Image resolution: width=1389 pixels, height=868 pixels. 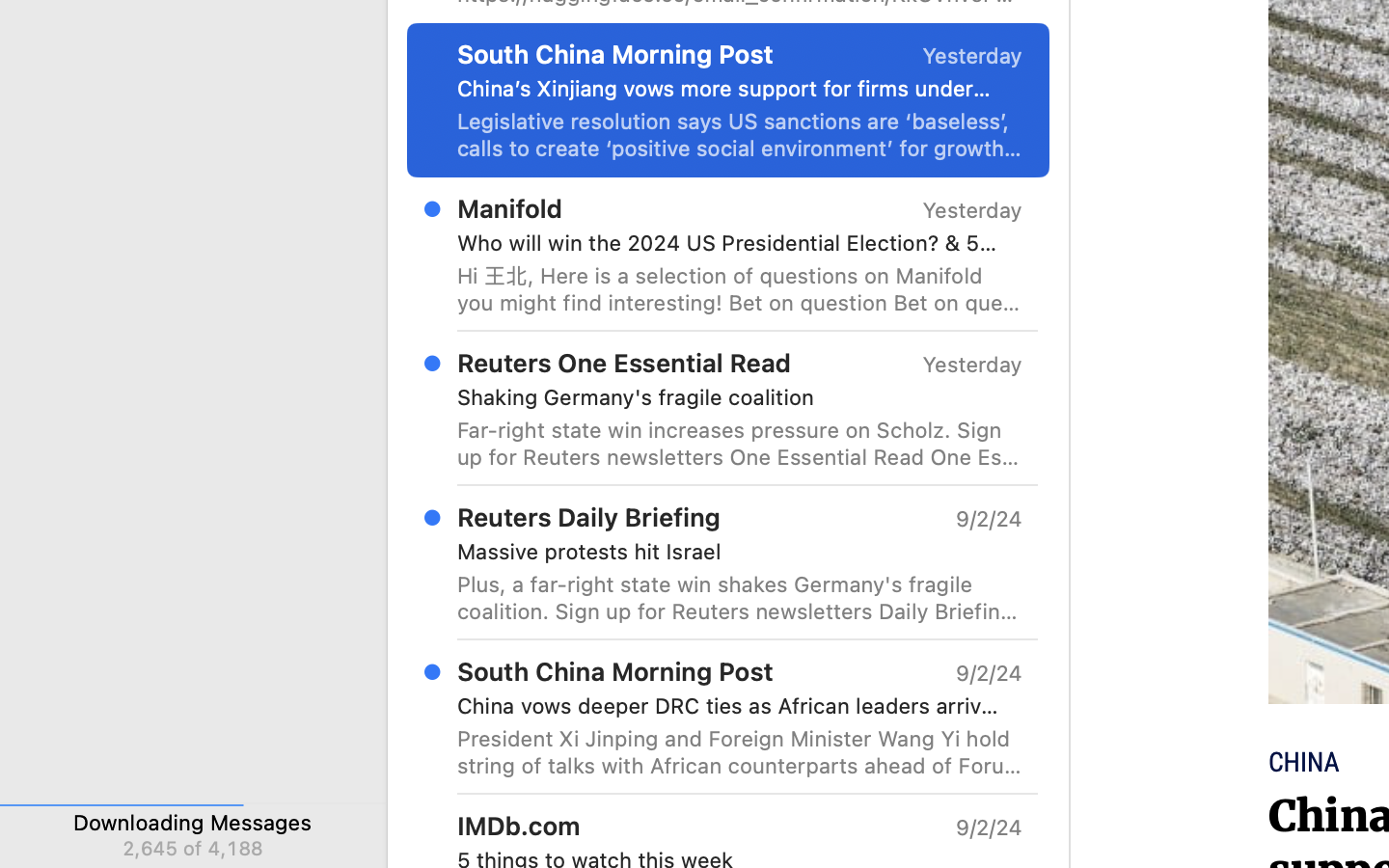 What do you see at coordinates (731, 242) in the screenshot?
I see `'Who will win the 2024 US Presidential Election? & 5 more interesting markets on Manifold'` at bounding box center [731, 242].